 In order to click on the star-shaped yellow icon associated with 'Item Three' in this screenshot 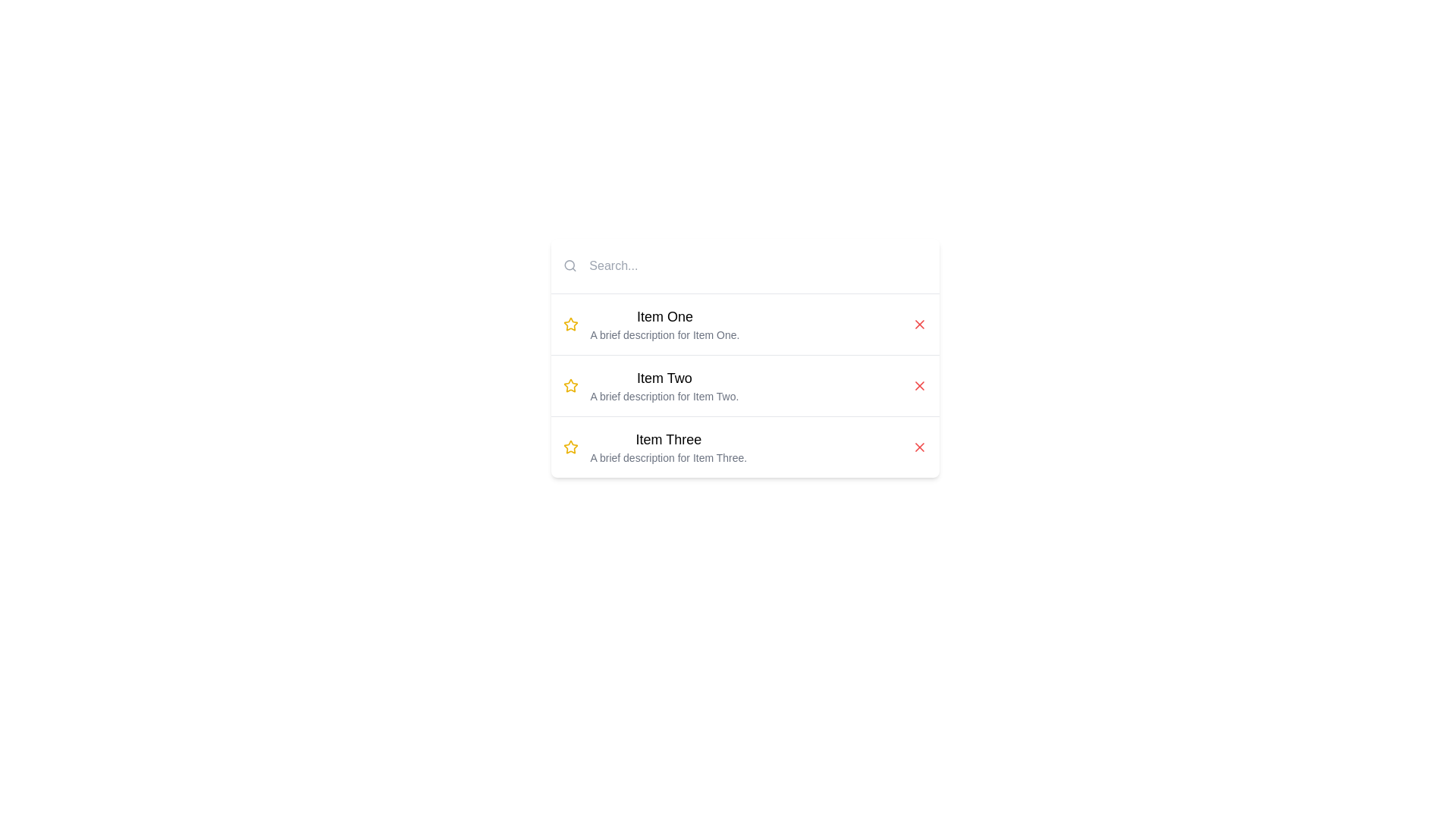, I will do `click(570, 447)`.